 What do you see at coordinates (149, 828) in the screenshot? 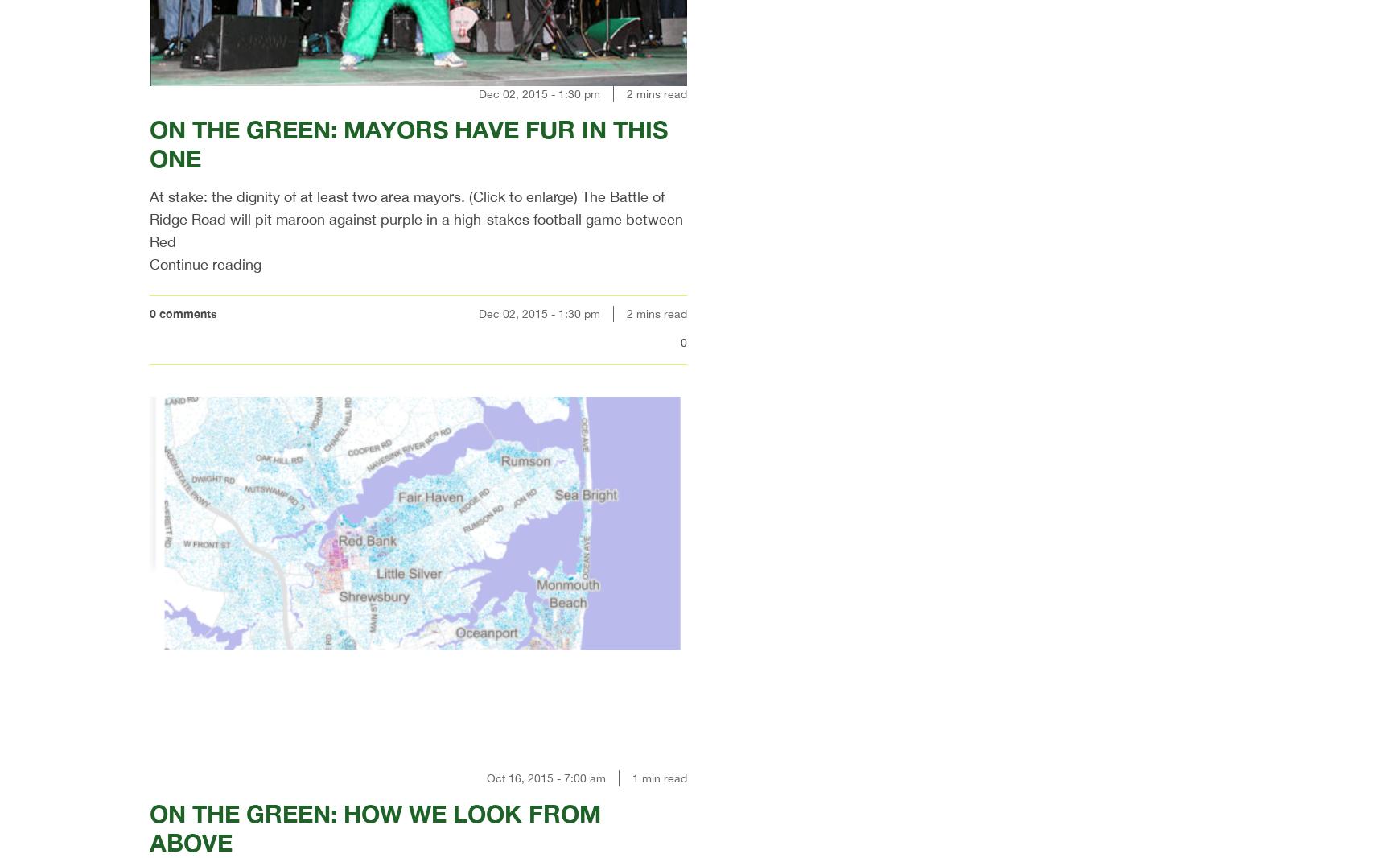
I see `'ON THE GREEN: HOW WE LOOK FROM ABOVE'` at bounding box center [149, 828].